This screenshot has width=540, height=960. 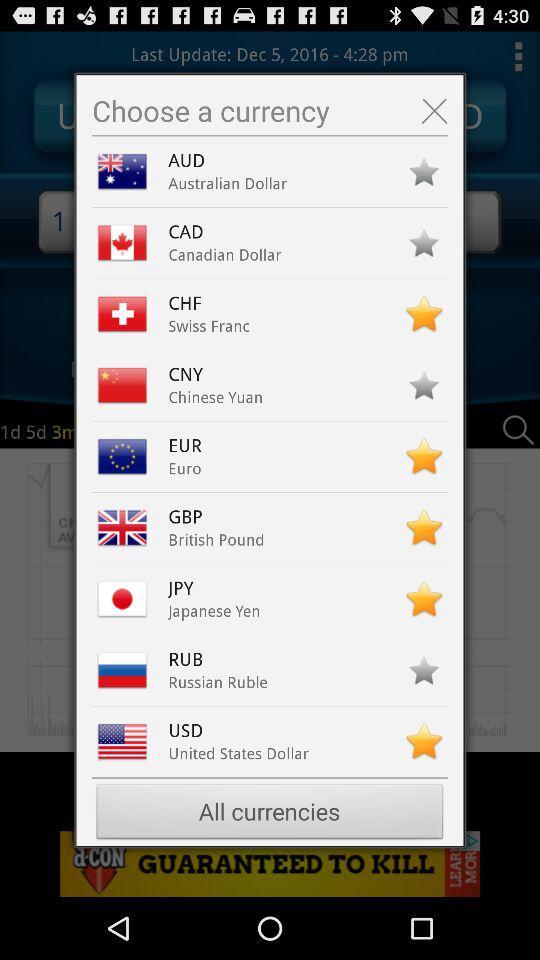 What do you see at coordinates (224, 254) in the screenshot?
I see `canadian dollar item` at bounding box center [224, 254].